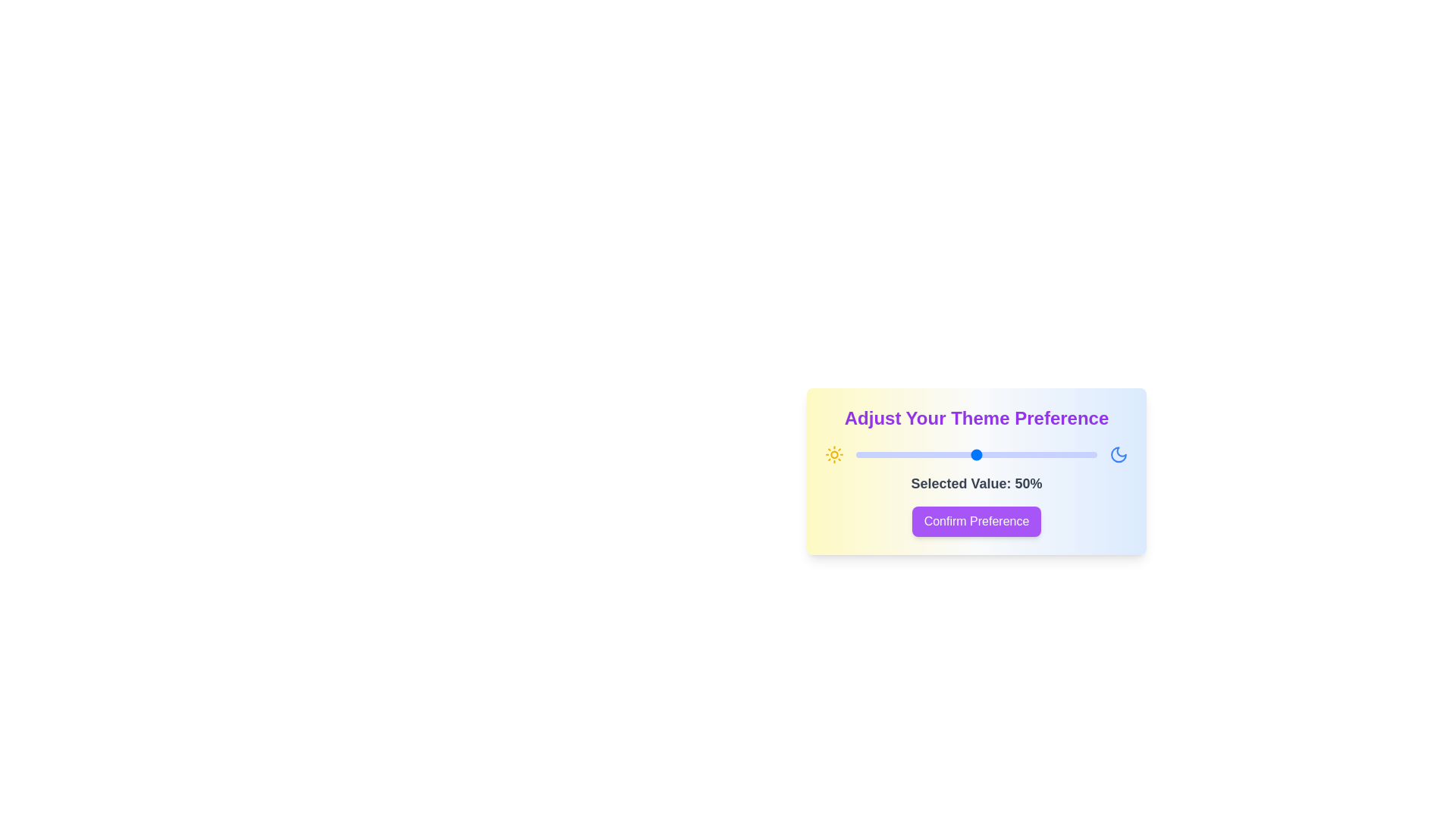  I want to click on the text label displaying 'Selected Value: 50%', which is bold and medium gray, located below the slider and above the confirmation button, so click(976, 483).